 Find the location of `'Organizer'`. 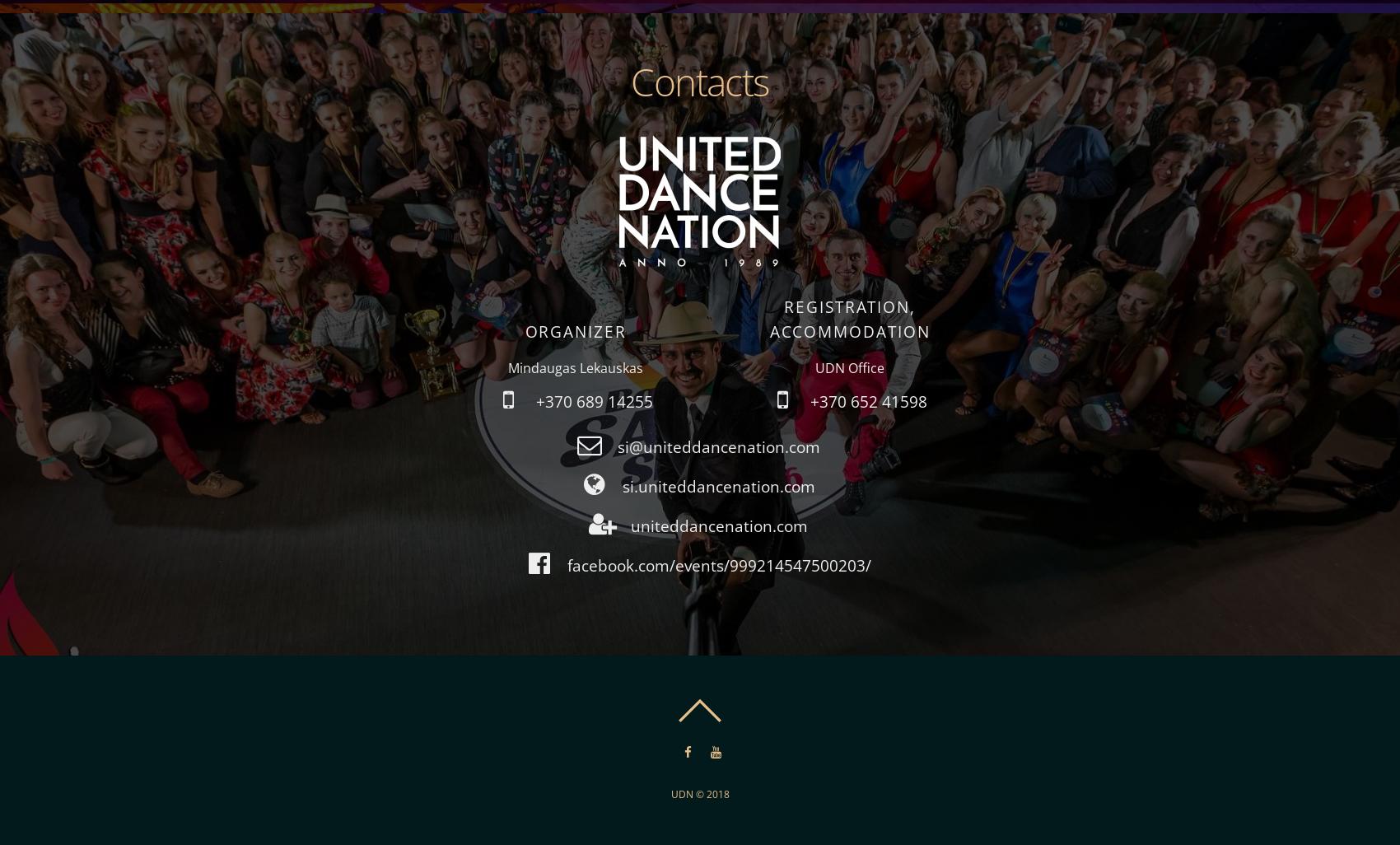

'Organizer' is located at coordinates (575, 330).